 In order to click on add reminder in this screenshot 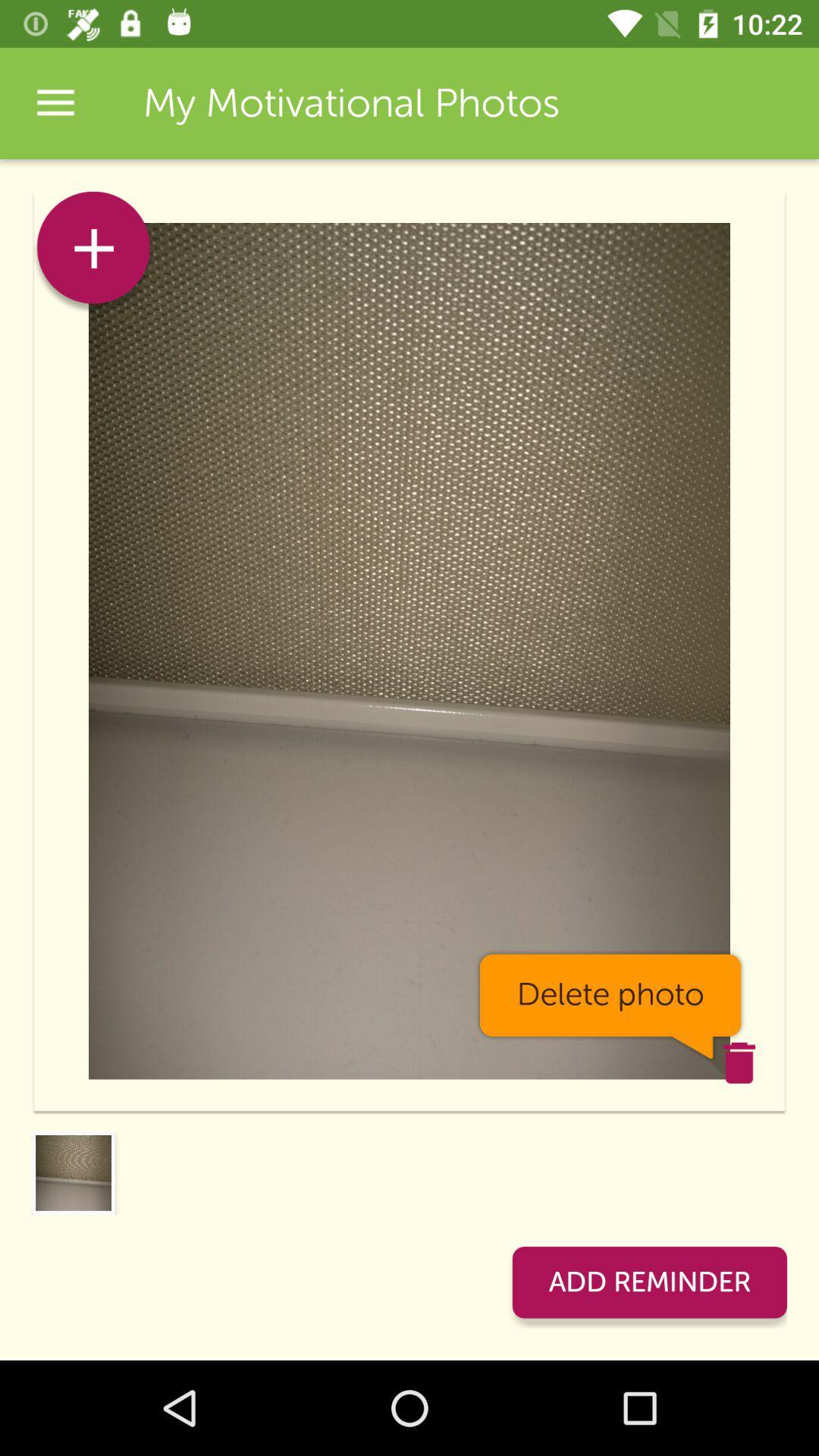, I will do `click(648, 1282)`.